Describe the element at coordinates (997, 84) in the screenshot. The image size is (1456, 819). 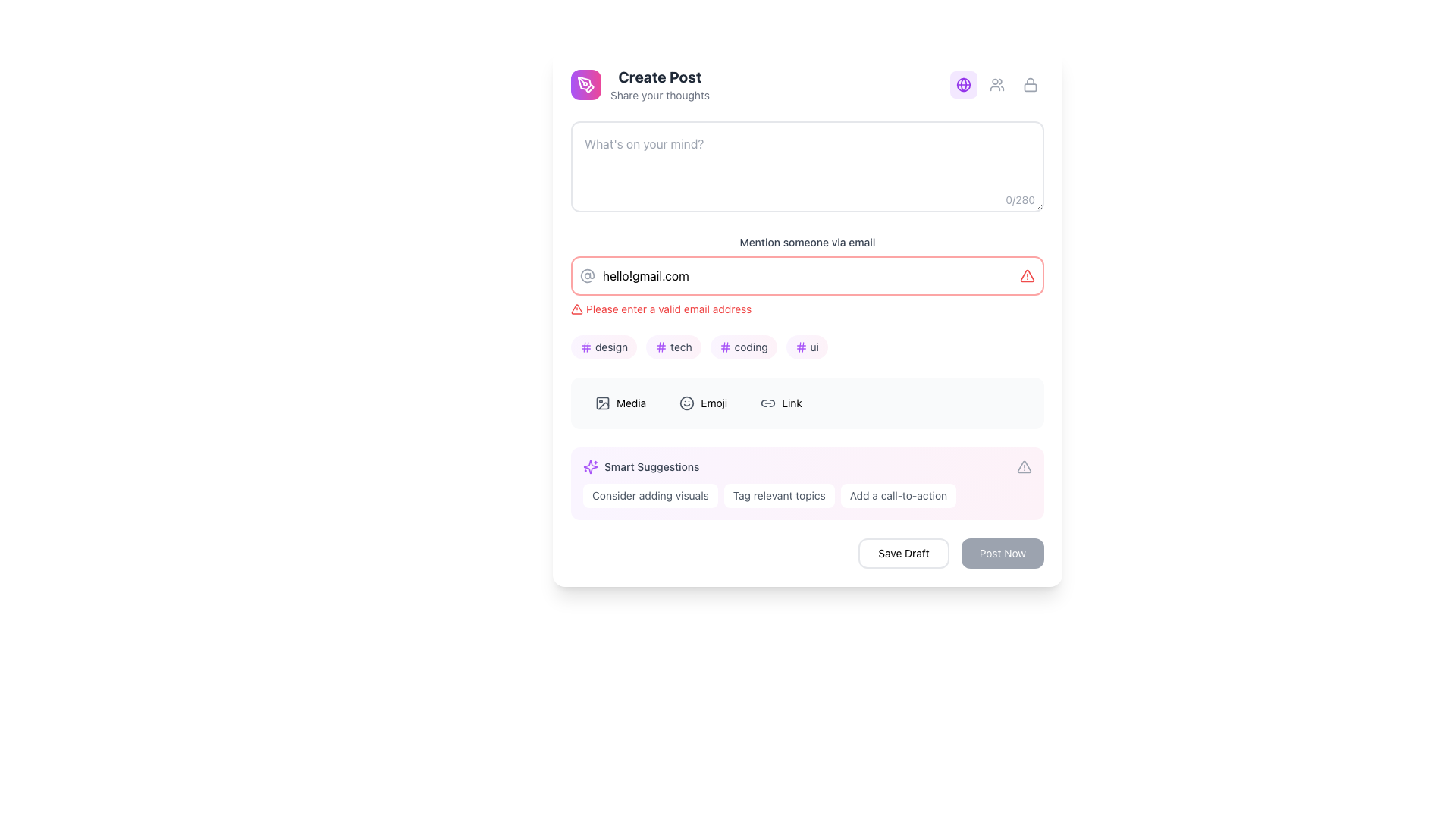
I see `the button with a circular icon resembling a group of two people side-by-side, located at the top-right corner of the interface` at that location.